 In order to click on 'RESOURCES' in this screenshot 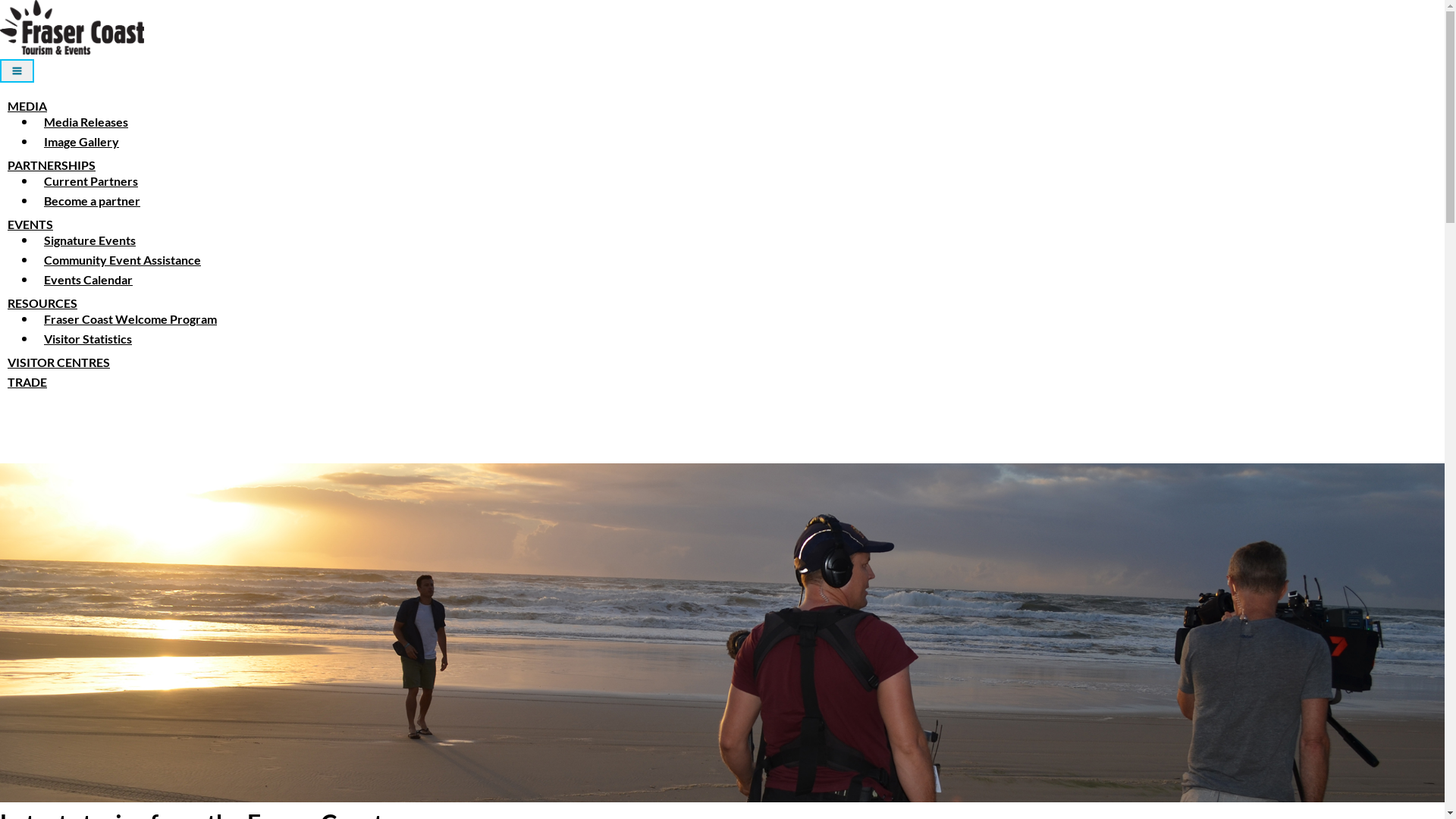, I will do `click(42, 303)`.